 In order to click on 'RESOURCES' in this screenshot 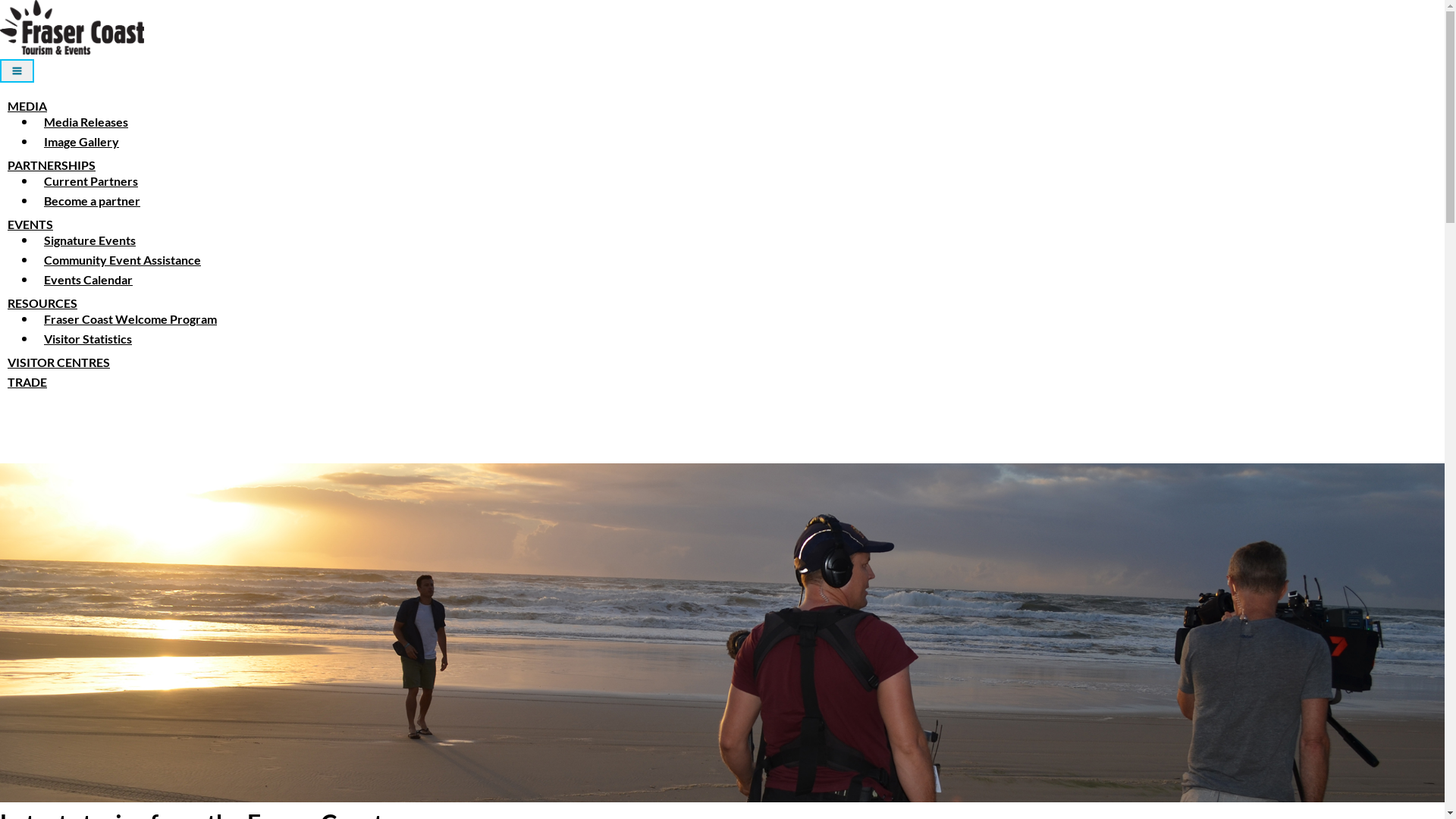, I will do `click(42, 303)`.